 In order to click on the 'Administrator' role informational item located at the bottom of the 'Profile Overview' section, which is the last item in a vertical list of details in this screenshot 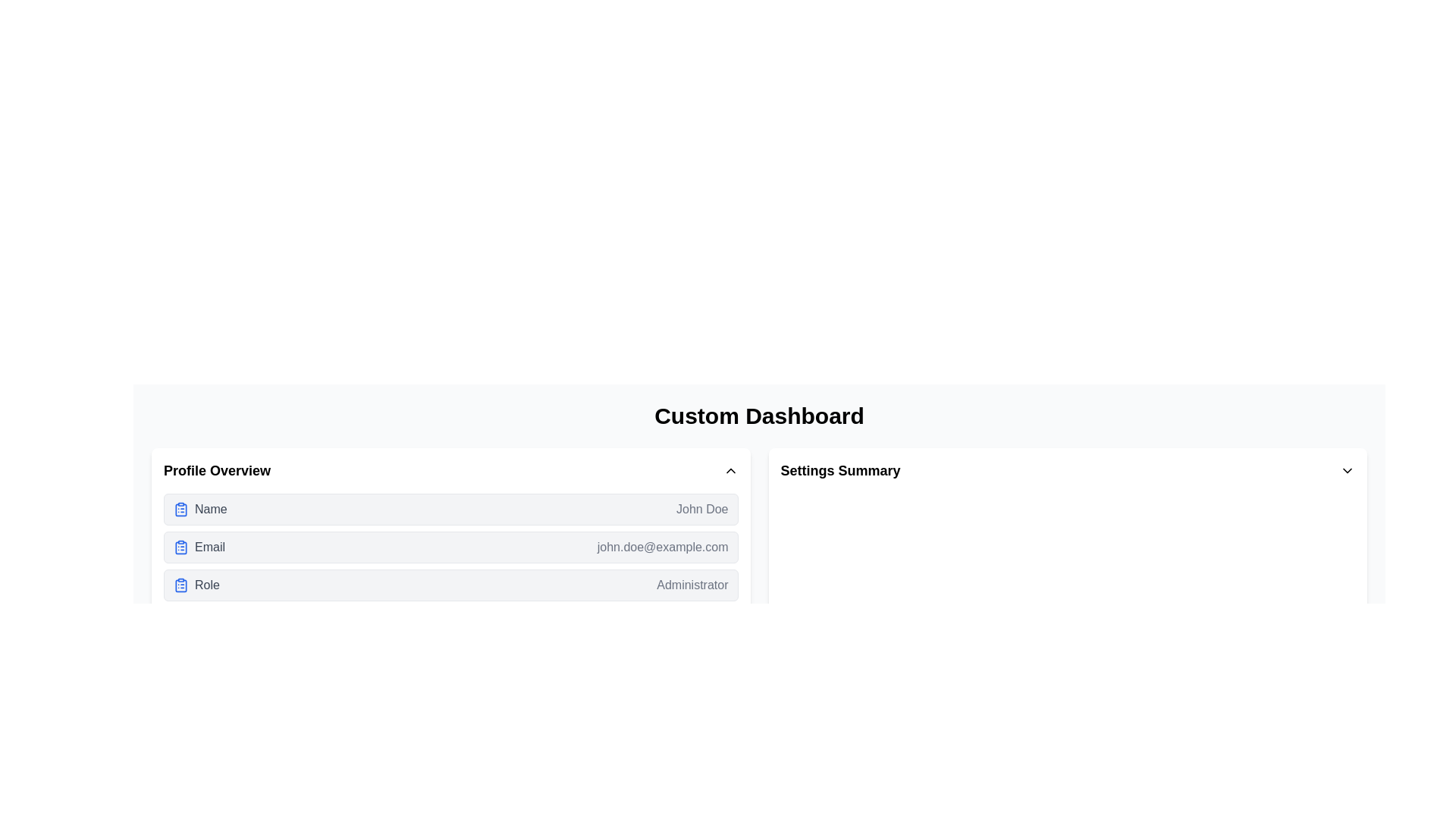, I will do `click(450, 584)`.